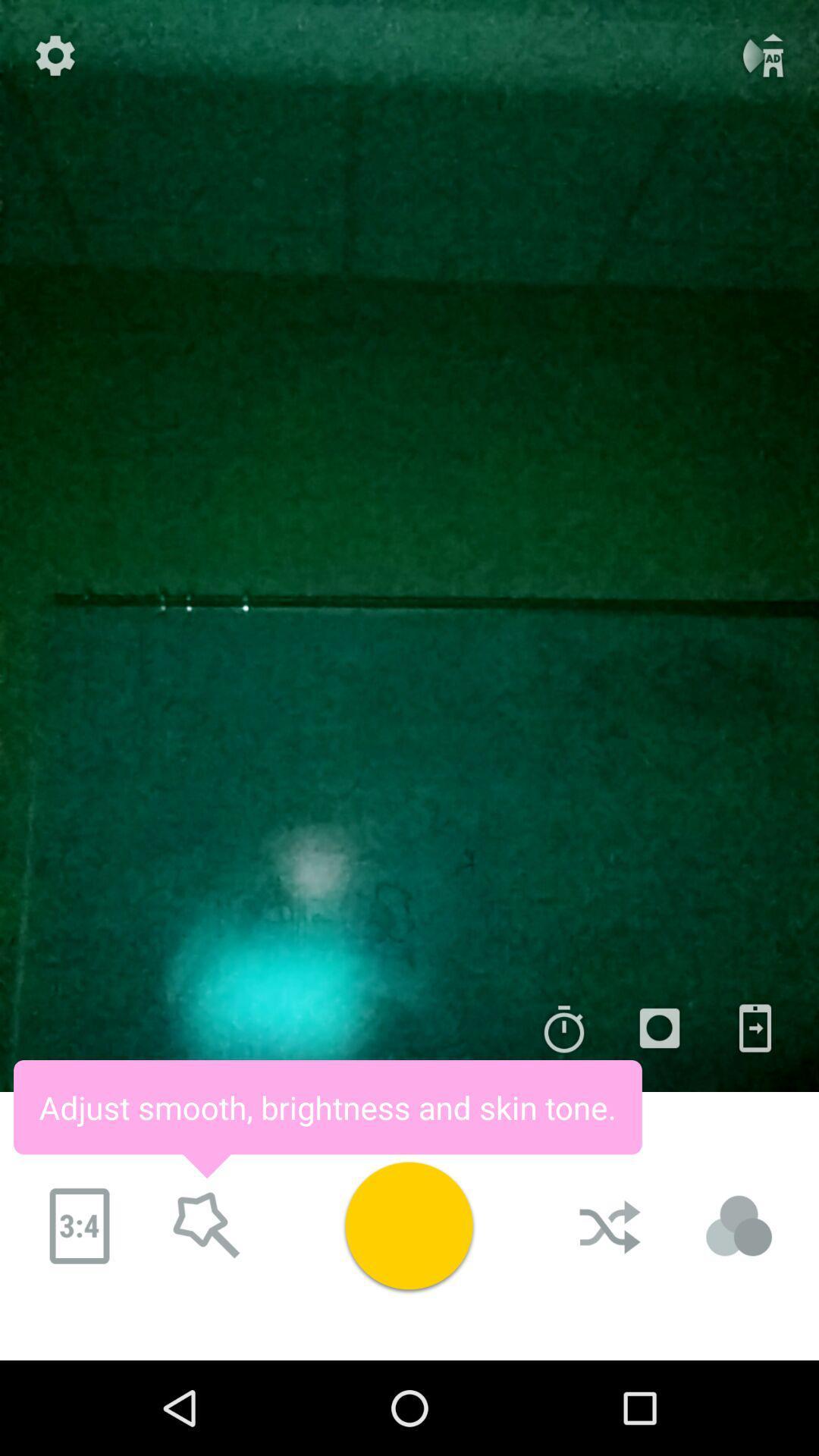 The height and width of the screenshot is (1456, 819). Describe the element at coordinates (755, 1028) in the screenshot. I see `apps` at that location.